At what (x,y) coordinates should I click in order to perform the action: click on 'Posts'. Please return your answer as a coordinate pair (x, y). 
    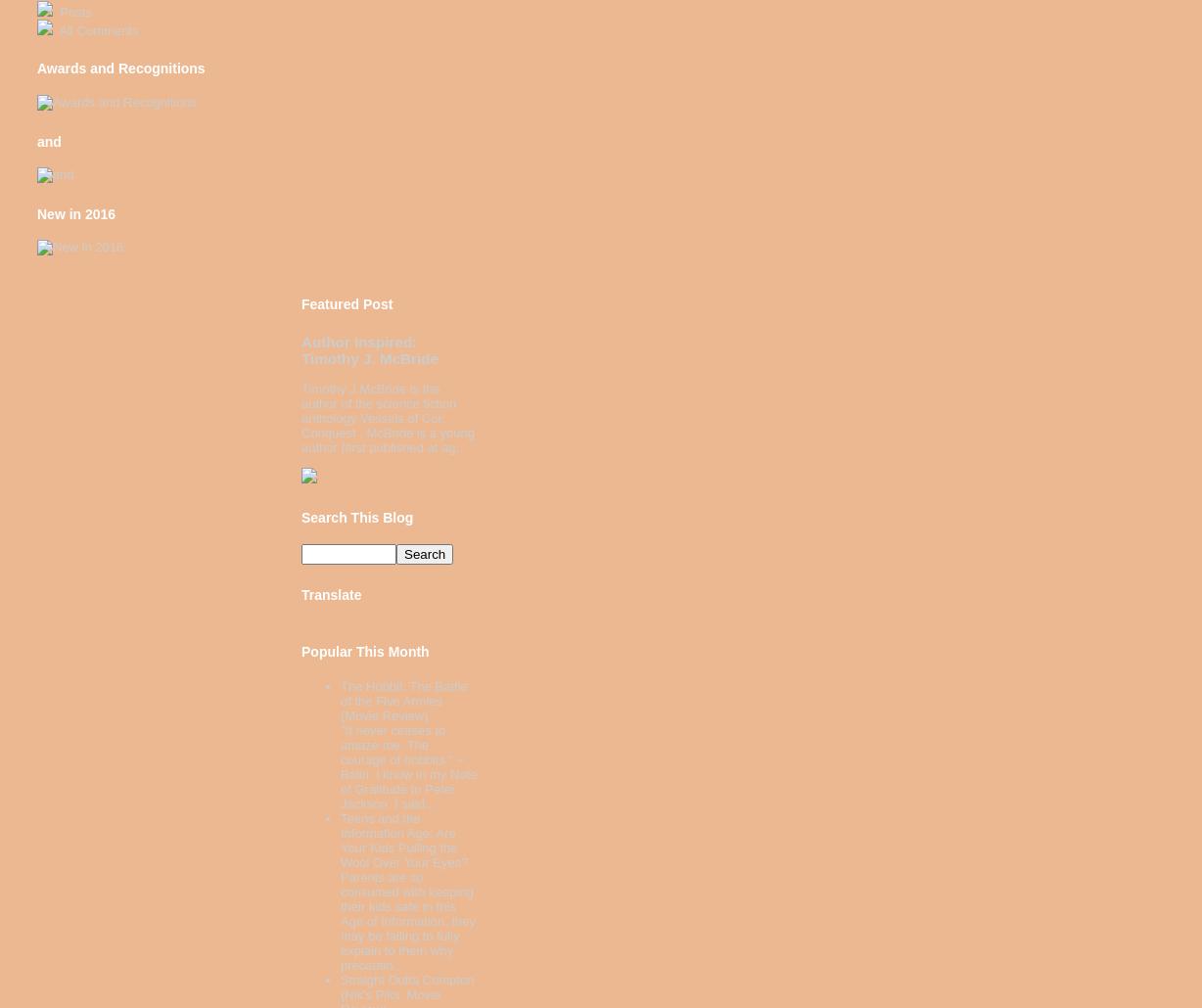
    Looking at the image, I should click on (73, 11).